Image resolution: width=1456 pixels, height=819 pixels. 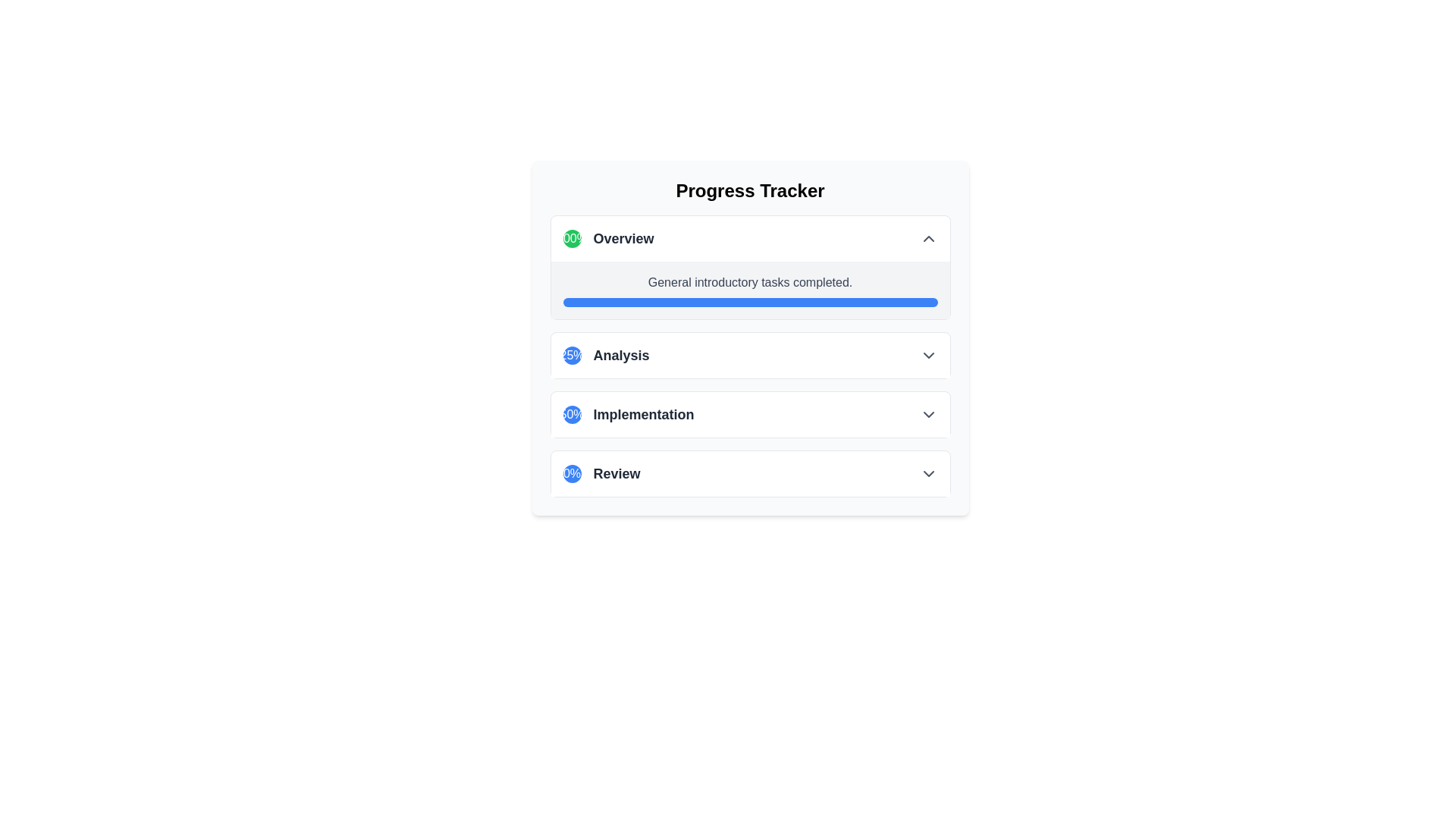 What do you see at coordinates (750, 190) in the screenshot?
I see `the text heading at the top of the progress tracker interface, which serves as a title indicating its purpose and context to the user` at bounding box center [750, 190].